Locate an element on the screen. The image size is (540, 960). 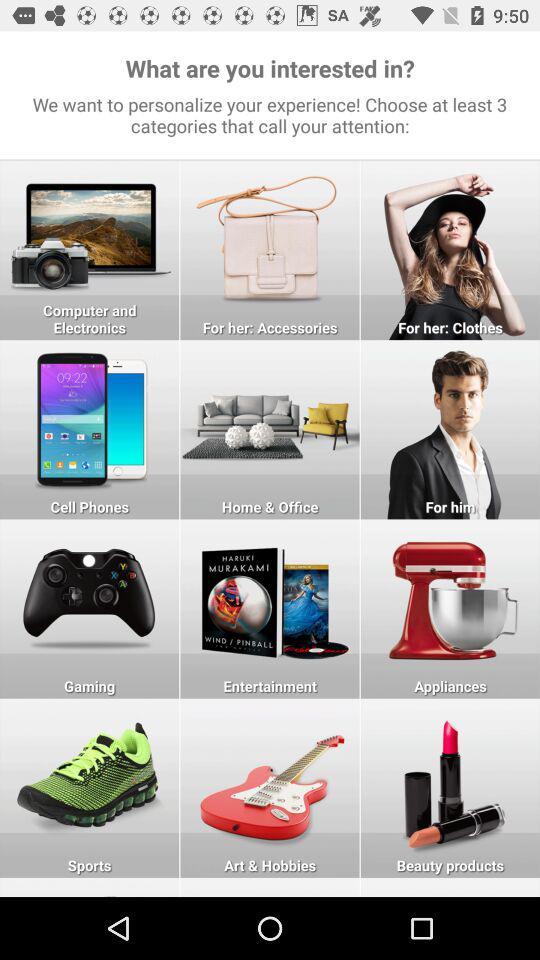
beauty product section is located at coordinates (450, 788).